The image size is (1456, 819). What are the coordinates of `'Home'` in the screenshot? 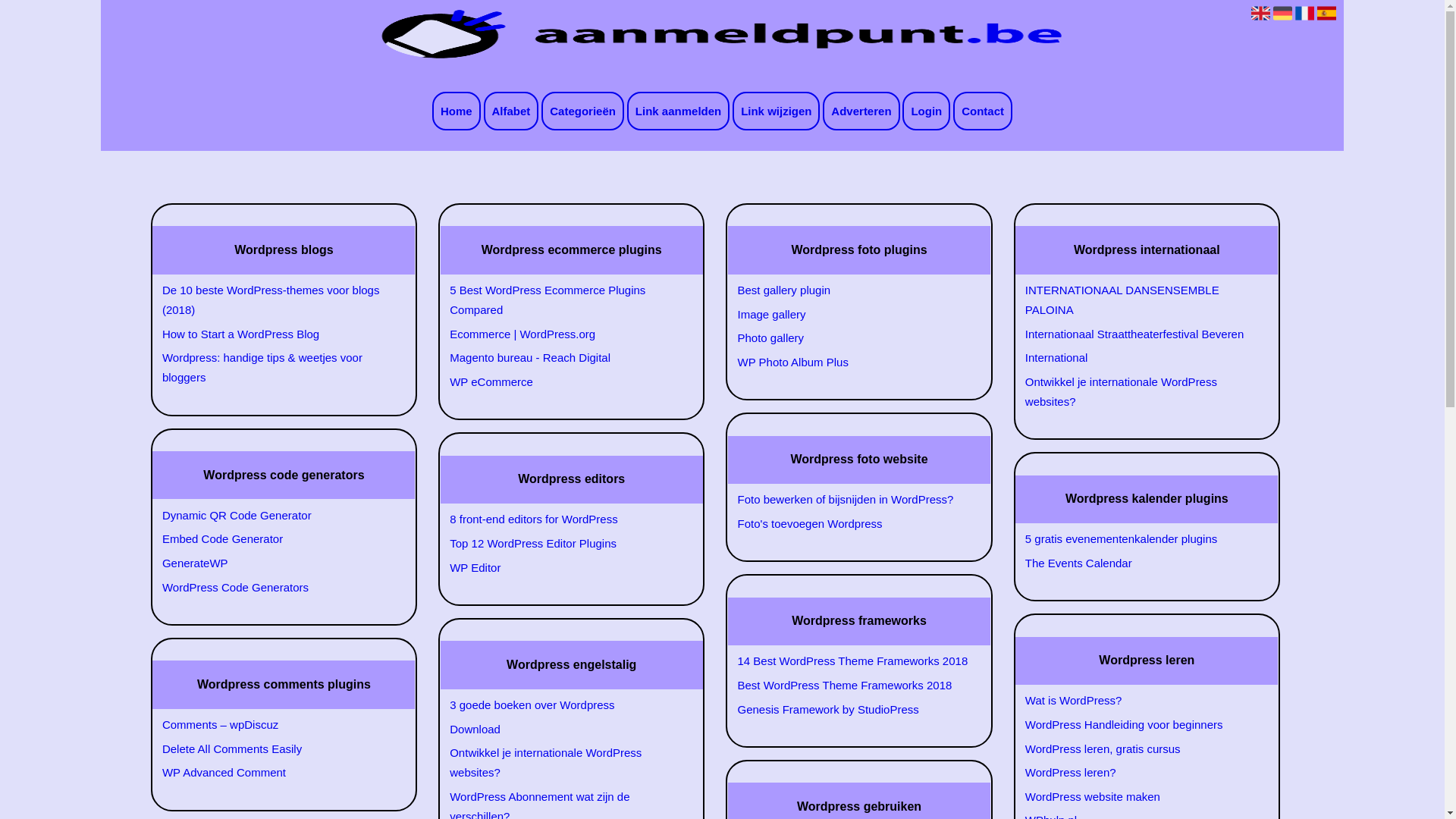 It's located at (455, 110).